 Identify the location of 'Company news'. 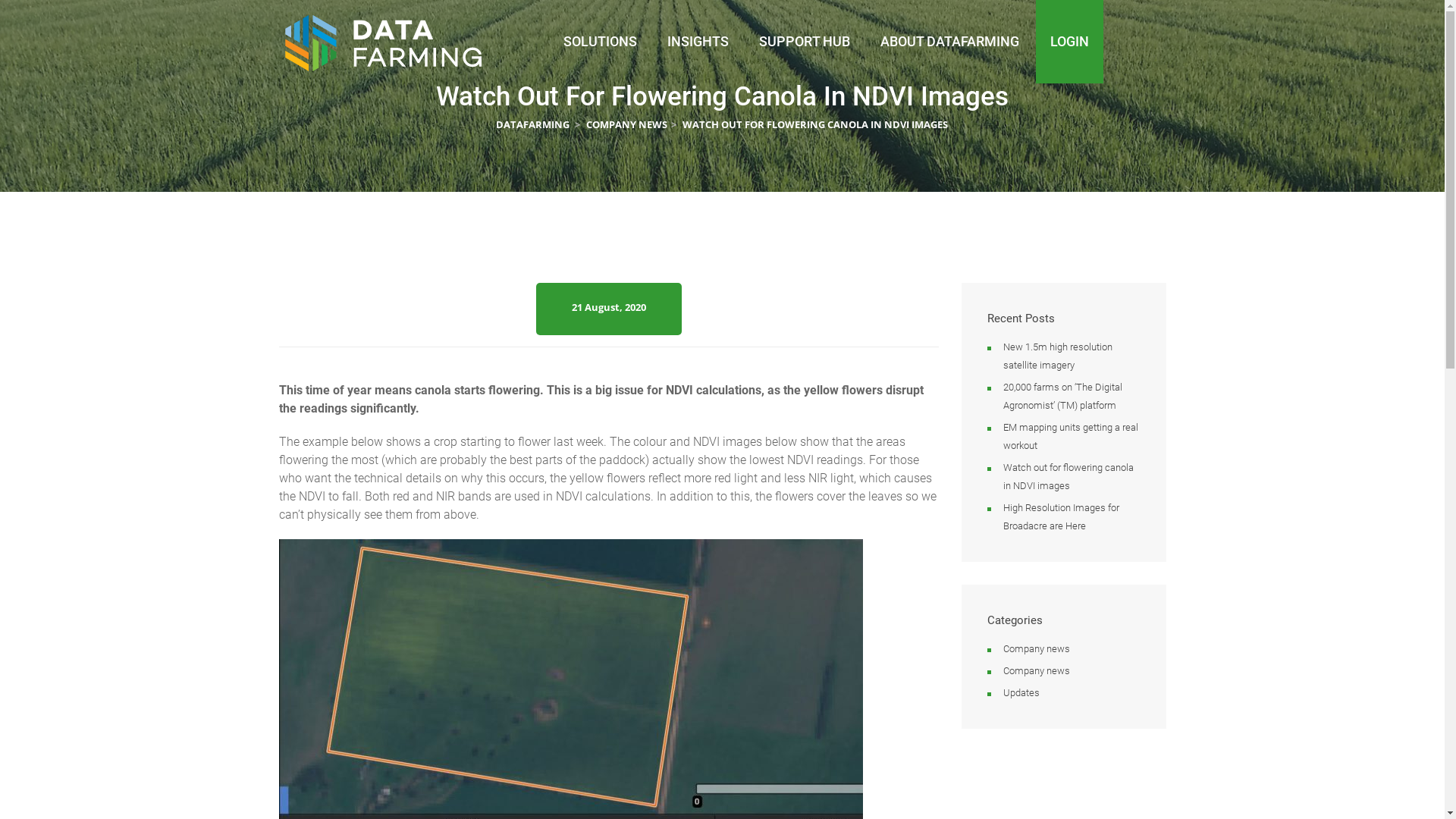
(1035, 648).